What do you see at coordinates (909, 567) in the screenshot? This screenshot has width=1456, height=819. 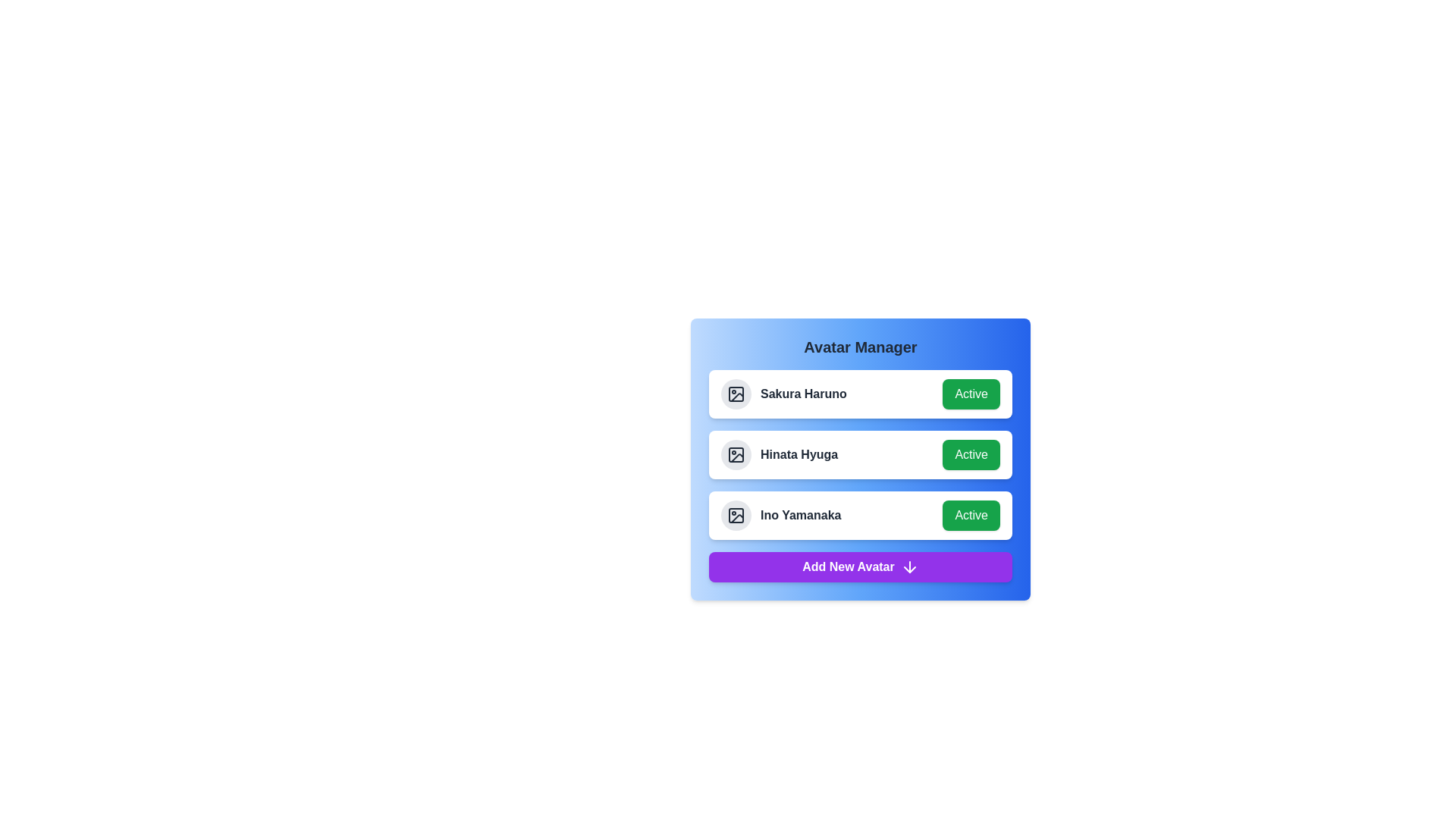 I see `the arrow-down icon located to the right of the 'Add New Avatar' button` at bounding box center [909, 567].